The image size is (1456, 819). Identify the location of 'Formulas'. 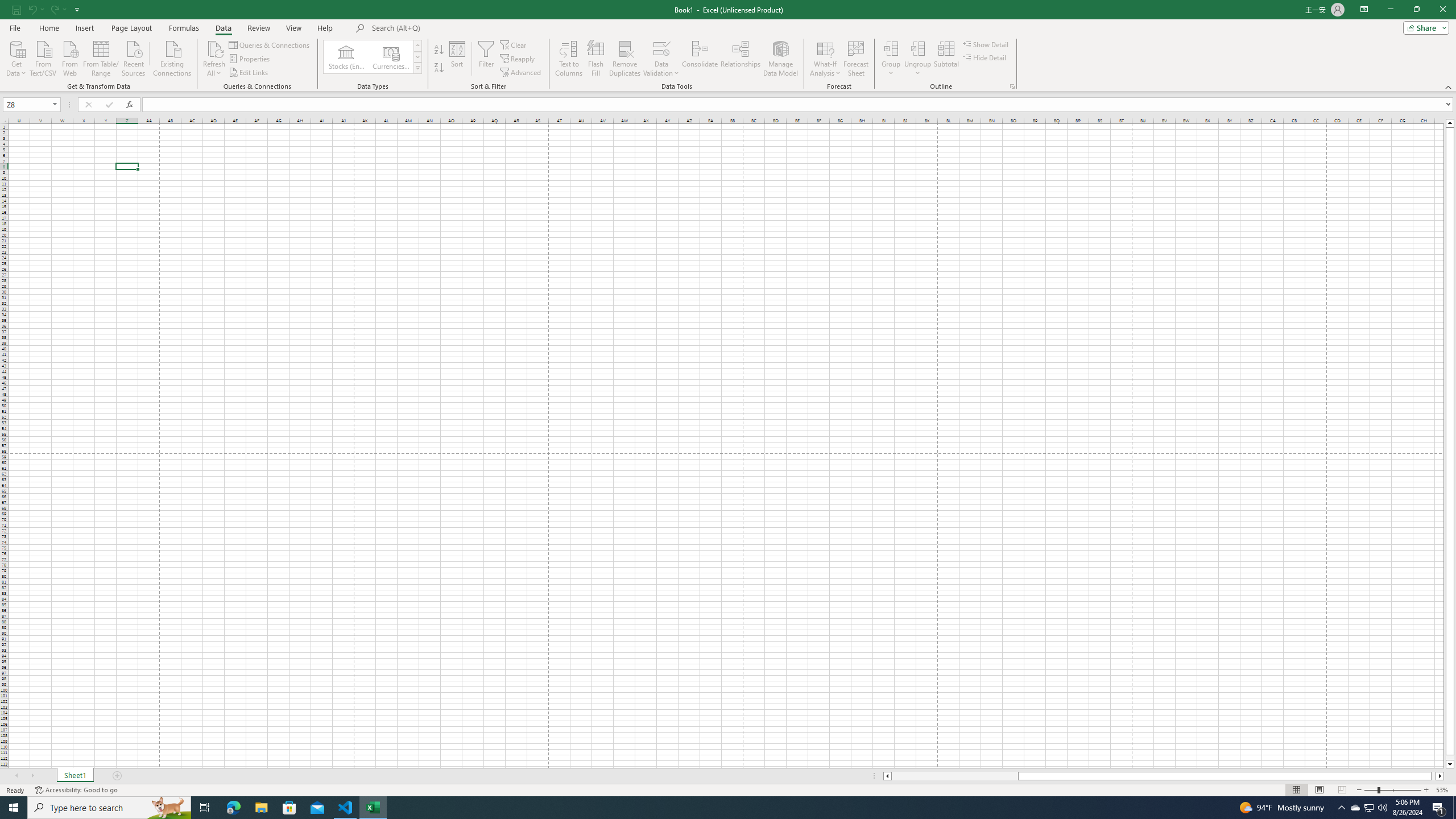
(185, 28).